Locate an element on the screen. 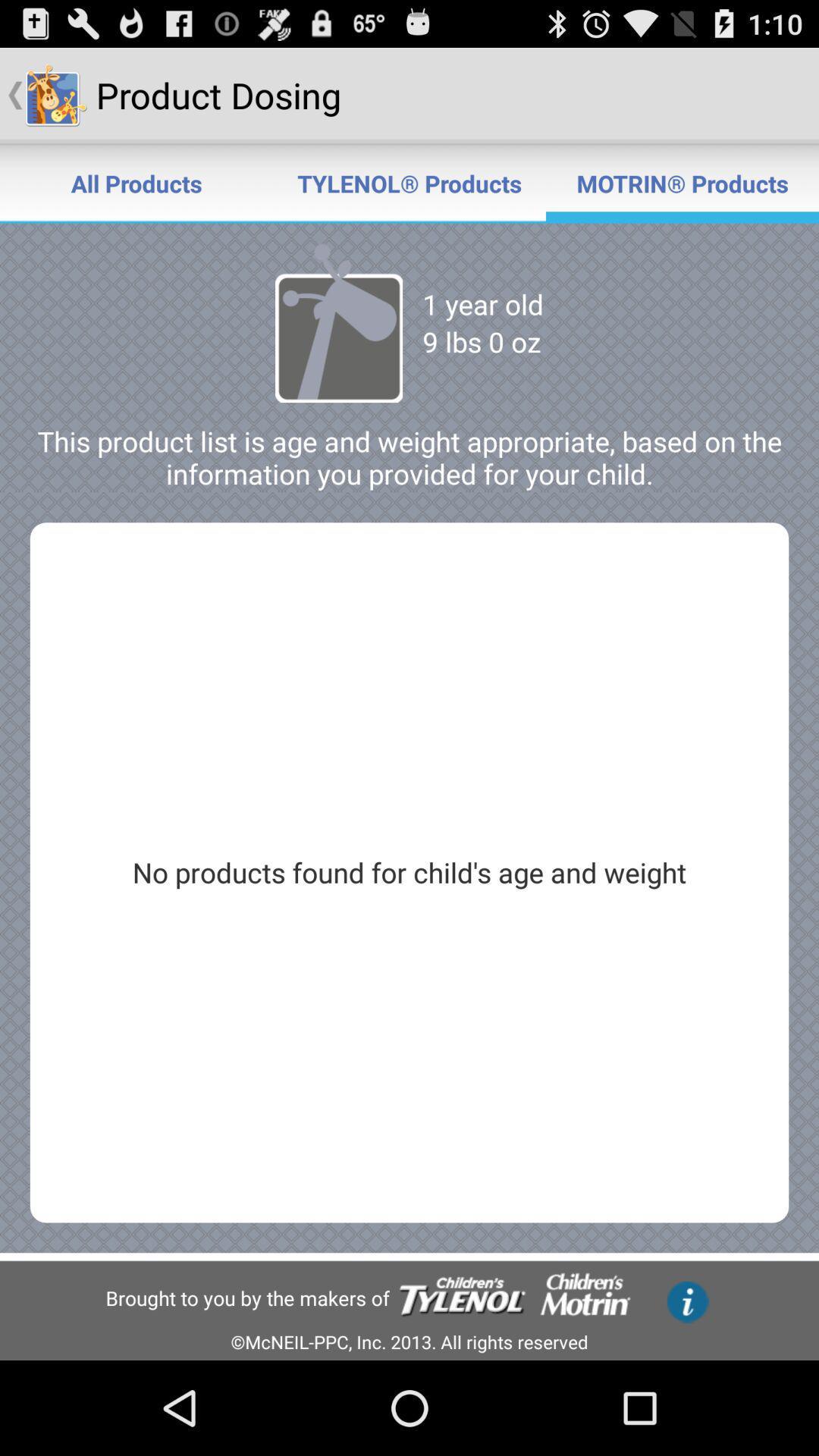 This screenshot has width=819, height=1456. the icon next to all products item is located at coordinates (409, 182).